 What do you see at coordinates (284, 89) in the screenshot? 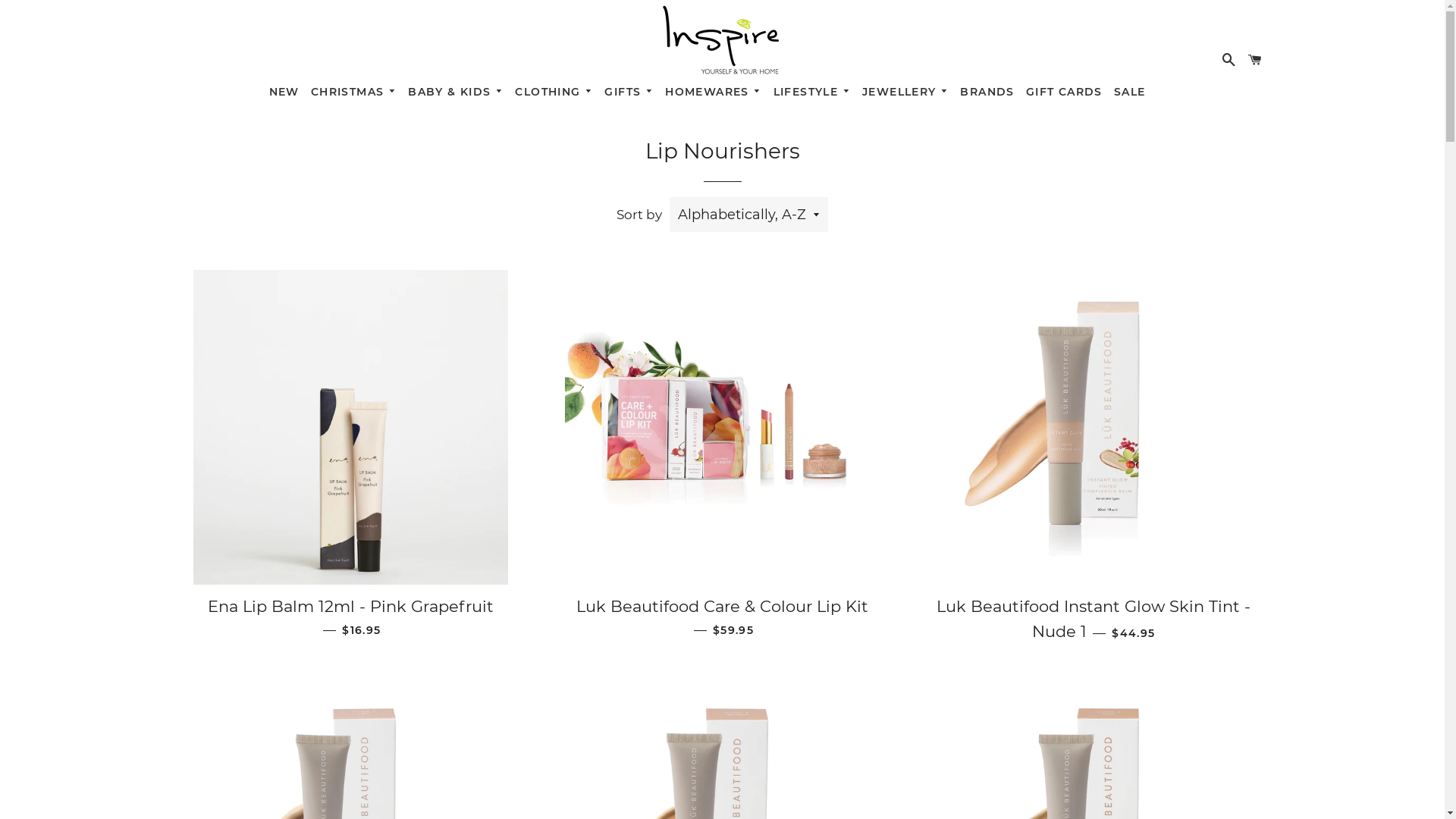
I see `'NEW'` at bounding box center [284, 89].